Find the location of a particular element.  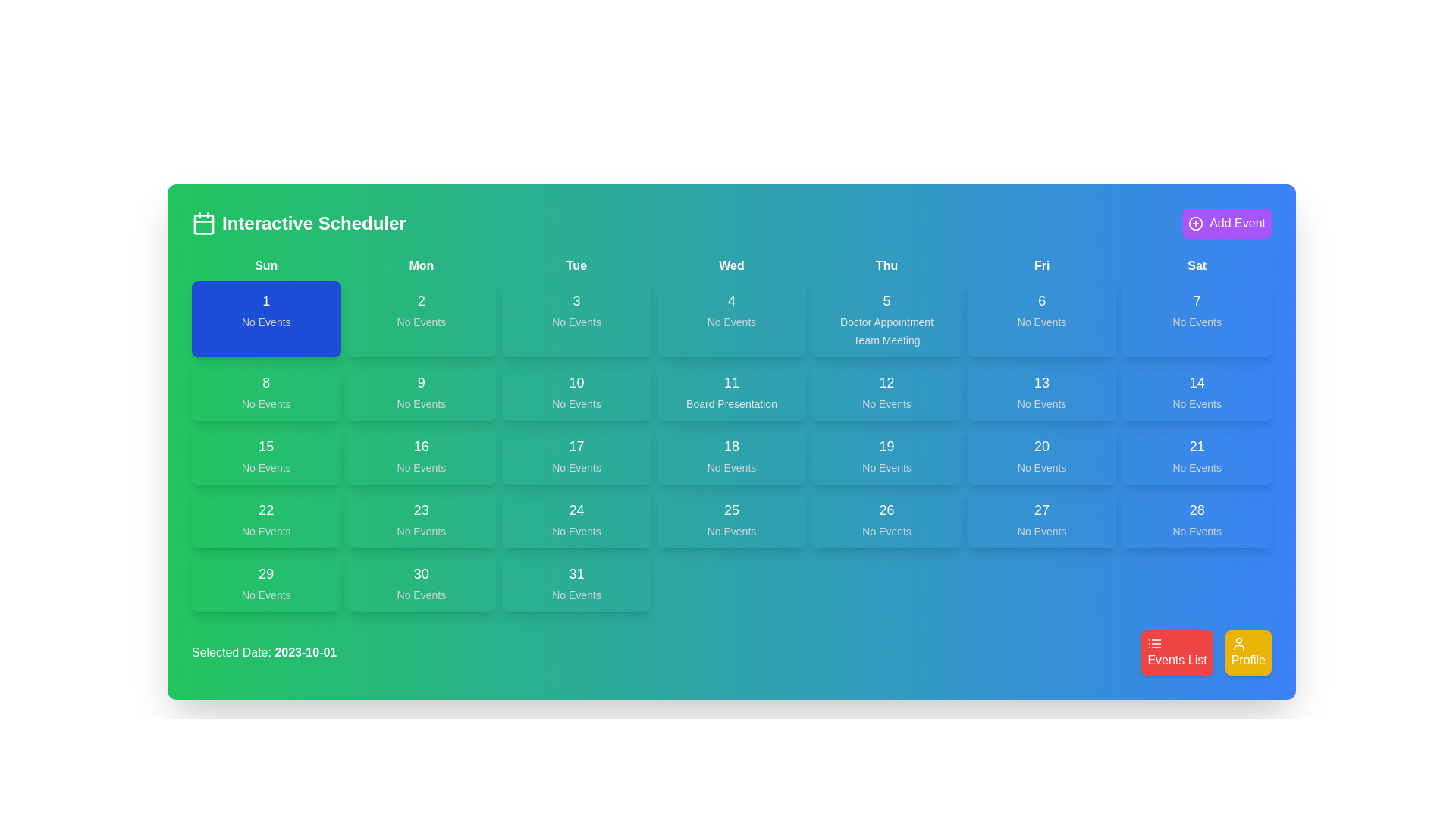

the static text label indicating no events scheduled for the date '18' in the calendar interface is located at coordinates (731, 467).